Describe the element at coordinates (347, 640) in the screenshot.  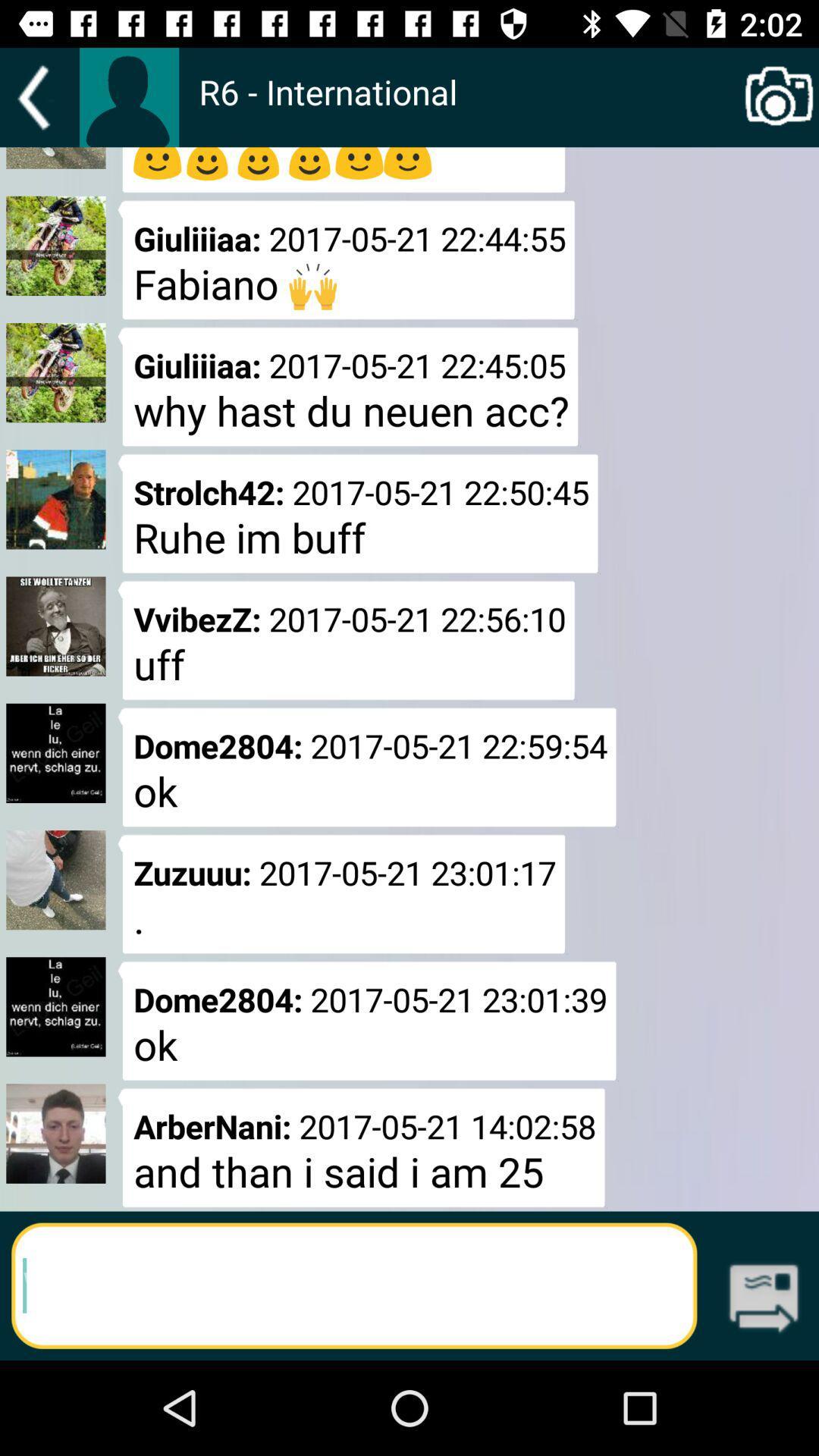
I see `vvibezz 2017 05 icon` at that location.